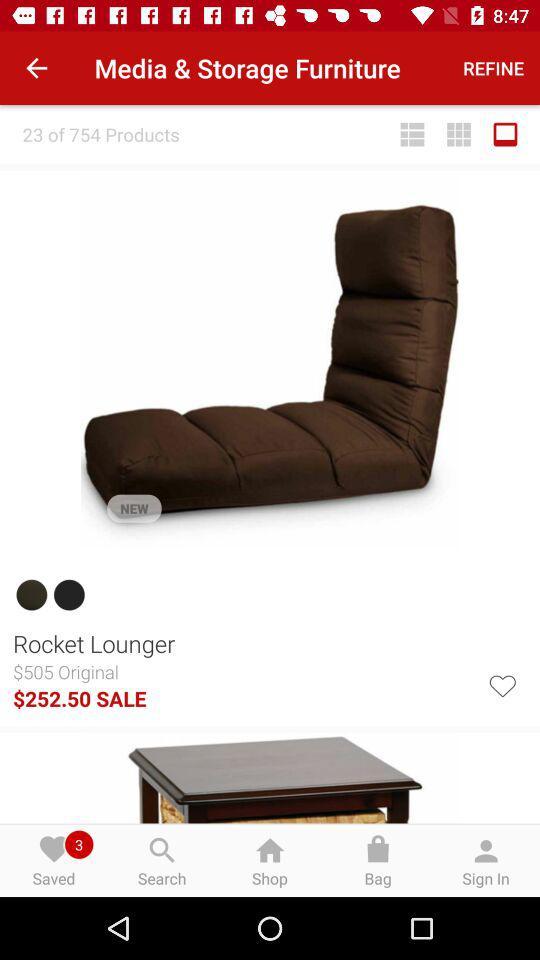 The height and width of the screenshot is (960, 540). Describe the element at coordinates (501, 684) in the screenshot. I see `to favorite option` at that location.